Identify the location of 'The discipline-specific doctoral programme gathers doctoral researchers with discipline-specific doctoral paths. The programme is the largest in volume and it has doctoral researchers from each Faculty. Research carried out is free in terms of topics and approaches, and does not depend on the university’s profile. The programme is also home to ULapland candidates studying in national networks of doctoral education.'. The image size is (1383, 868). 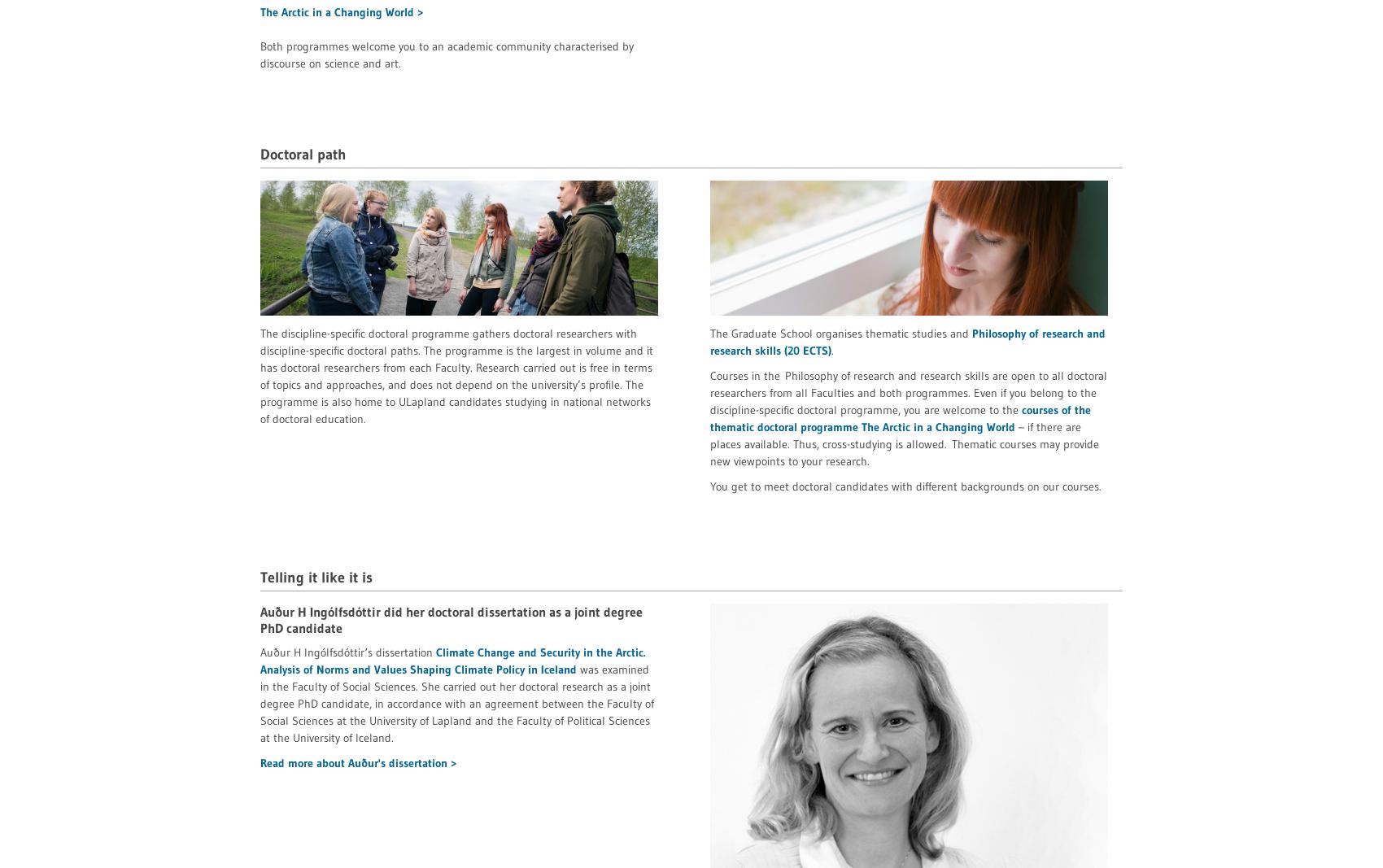
(456, 374).